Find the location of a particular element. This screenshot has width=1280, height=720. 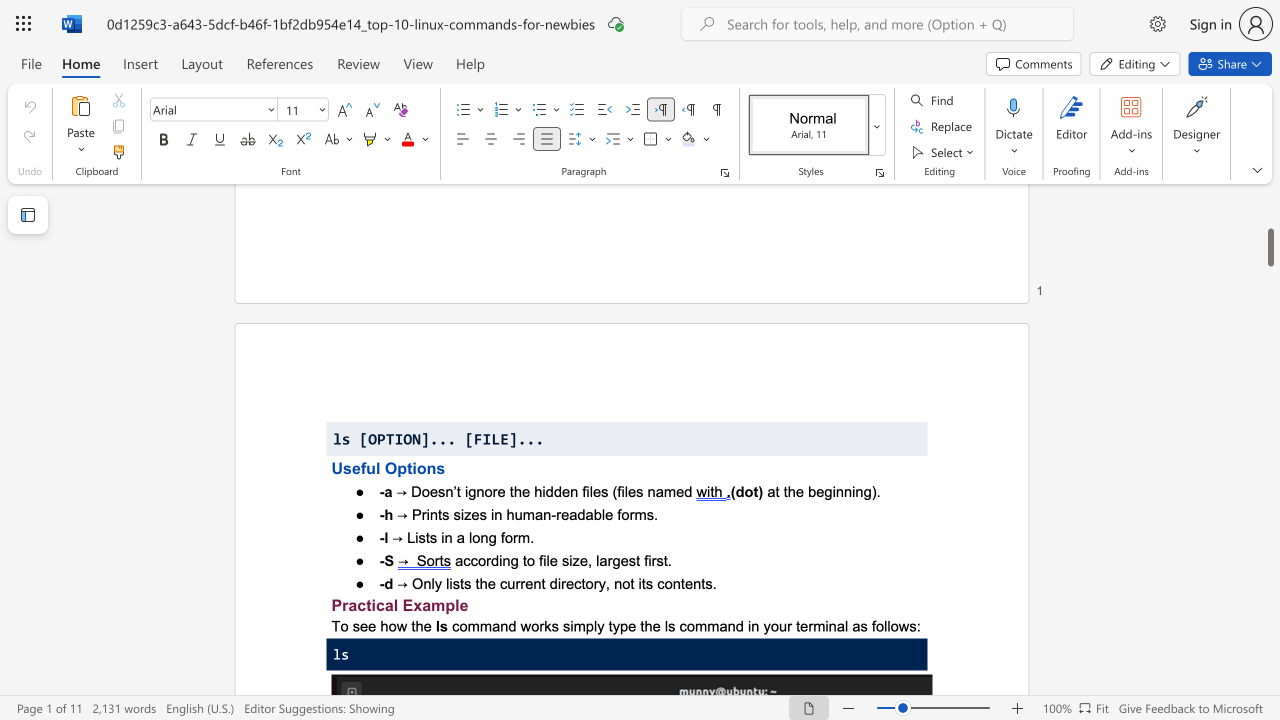

the subset text "size, largest first" within the text "according to file size, largest first." is located at coordinates (560, 560).